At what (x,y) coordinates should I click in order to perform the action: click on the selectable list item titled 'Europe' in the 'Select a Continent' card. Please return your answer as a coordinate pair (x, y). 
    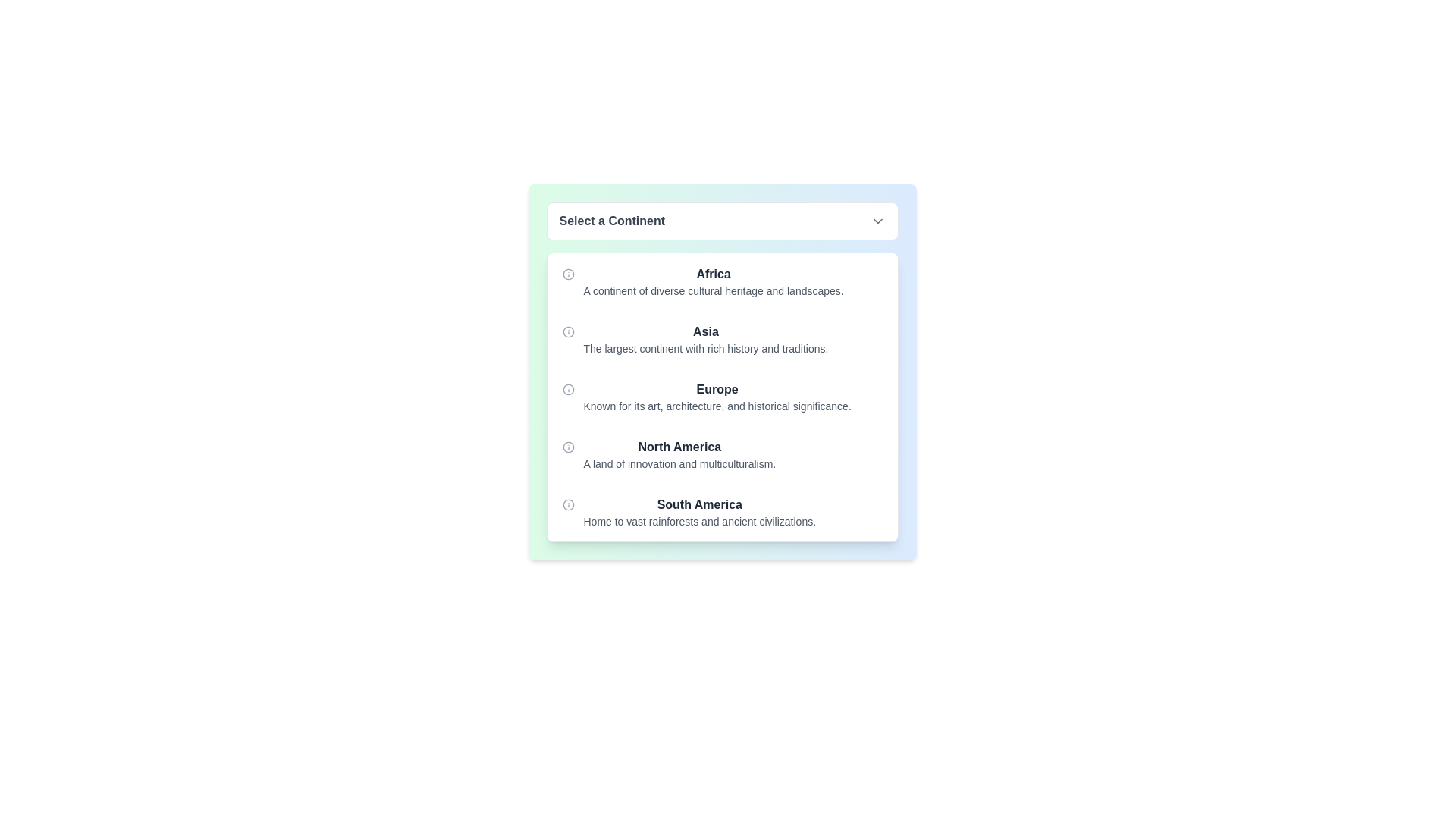
    Looking at the image, I should click on (721, 397).